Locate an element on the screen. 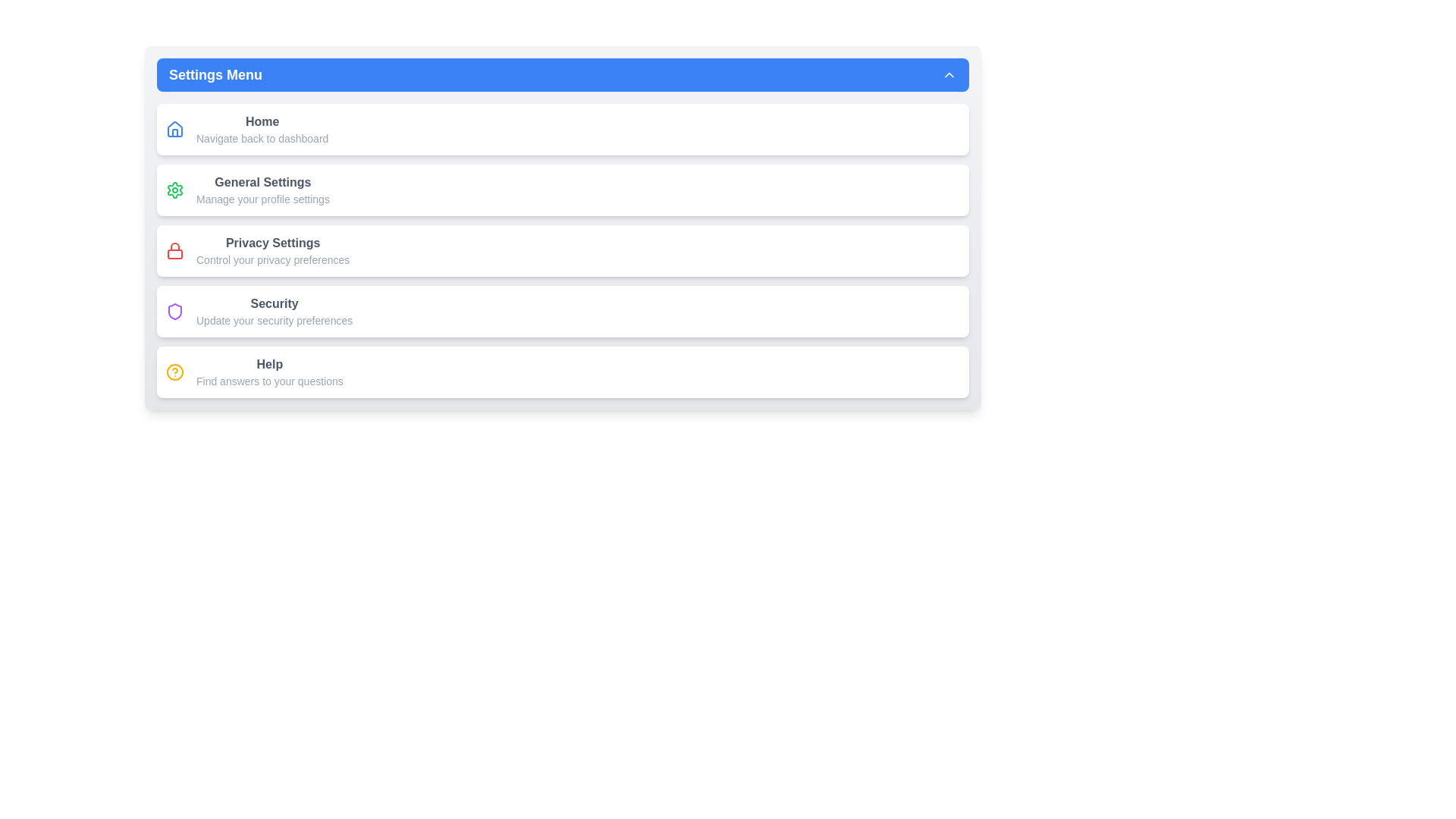 The height and width of the screenshot is (819, 1456). the house-shaped icon representing the 'Home' menu item in the sidebar under 'Settings Menu' is located at coordinates (174, 127).